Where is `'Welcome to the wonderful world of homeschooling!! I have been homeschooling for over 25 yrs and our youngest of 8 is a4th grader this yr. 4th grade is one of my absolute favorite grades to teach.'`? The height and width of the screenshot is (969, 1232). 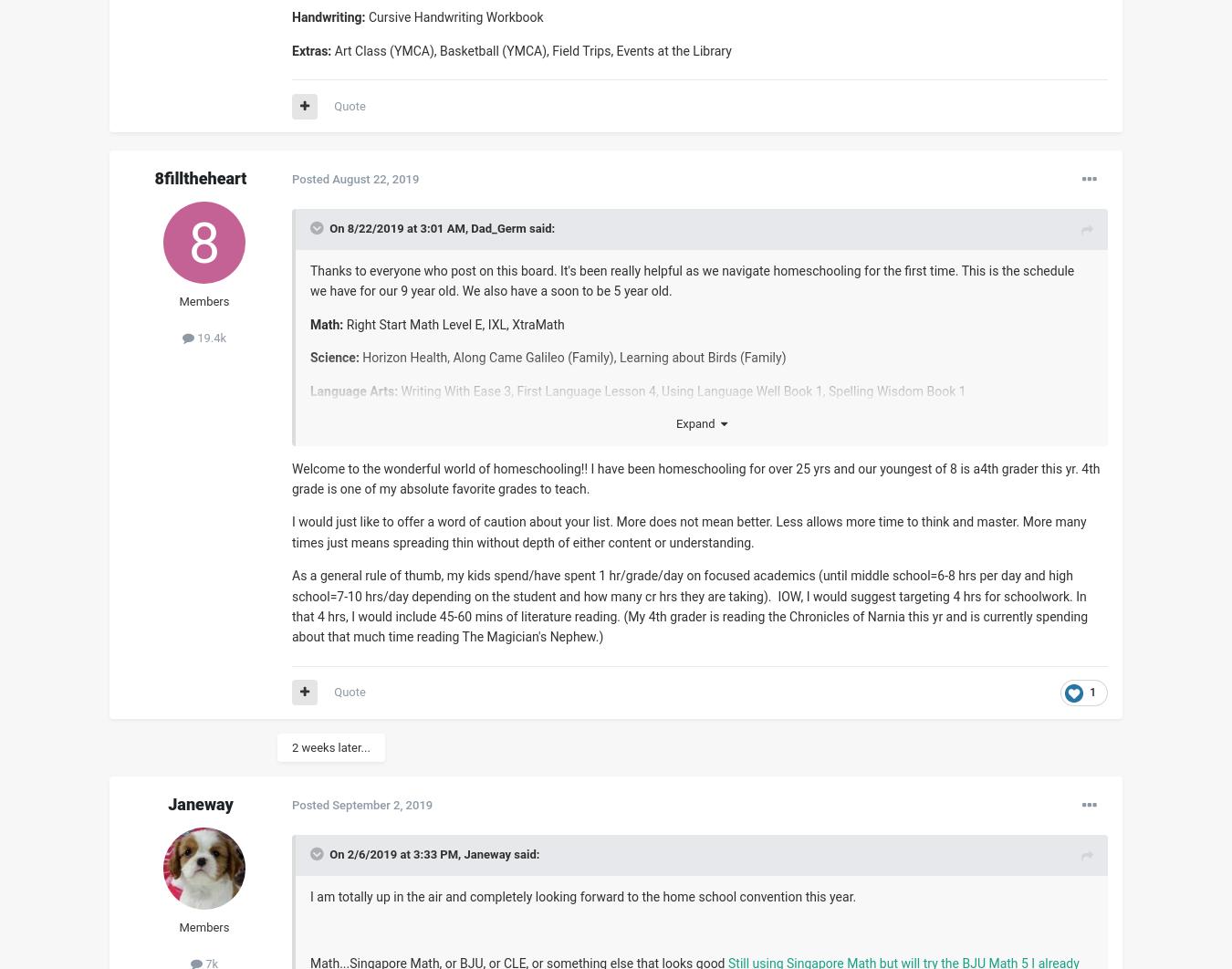
'Welcome to the wonderful world of homeschooling!! I have been homeschooling for over 25 yrs and our youngest of 8 is a4th grader this yr. 4th grade is one of my absolute favorite grades to teach.' is located at coordinates (290, 477).